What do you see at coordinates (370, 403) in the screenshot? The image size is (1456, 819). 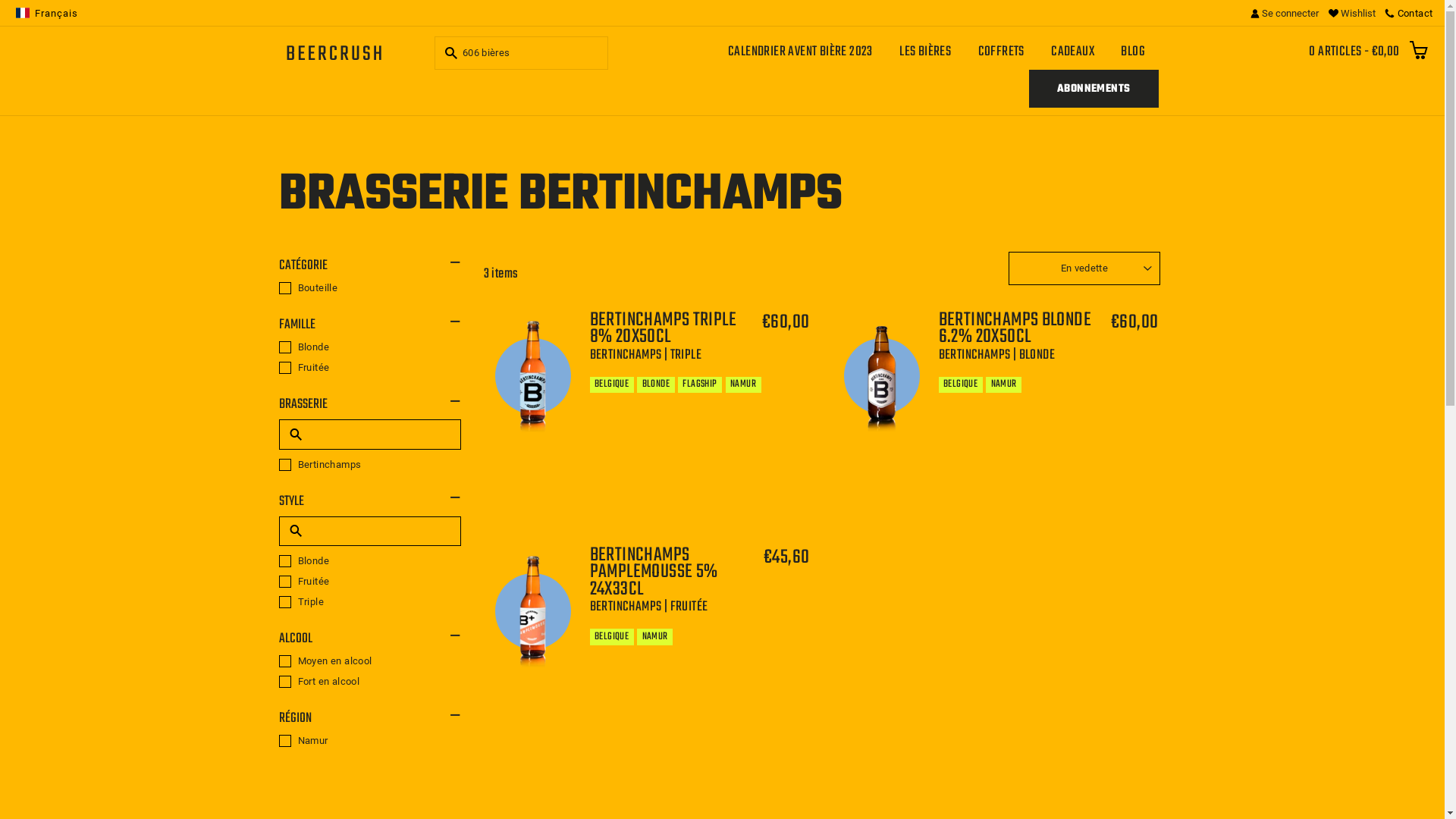 I see `'BRASSERIE'` at bounding box center [370, 403].